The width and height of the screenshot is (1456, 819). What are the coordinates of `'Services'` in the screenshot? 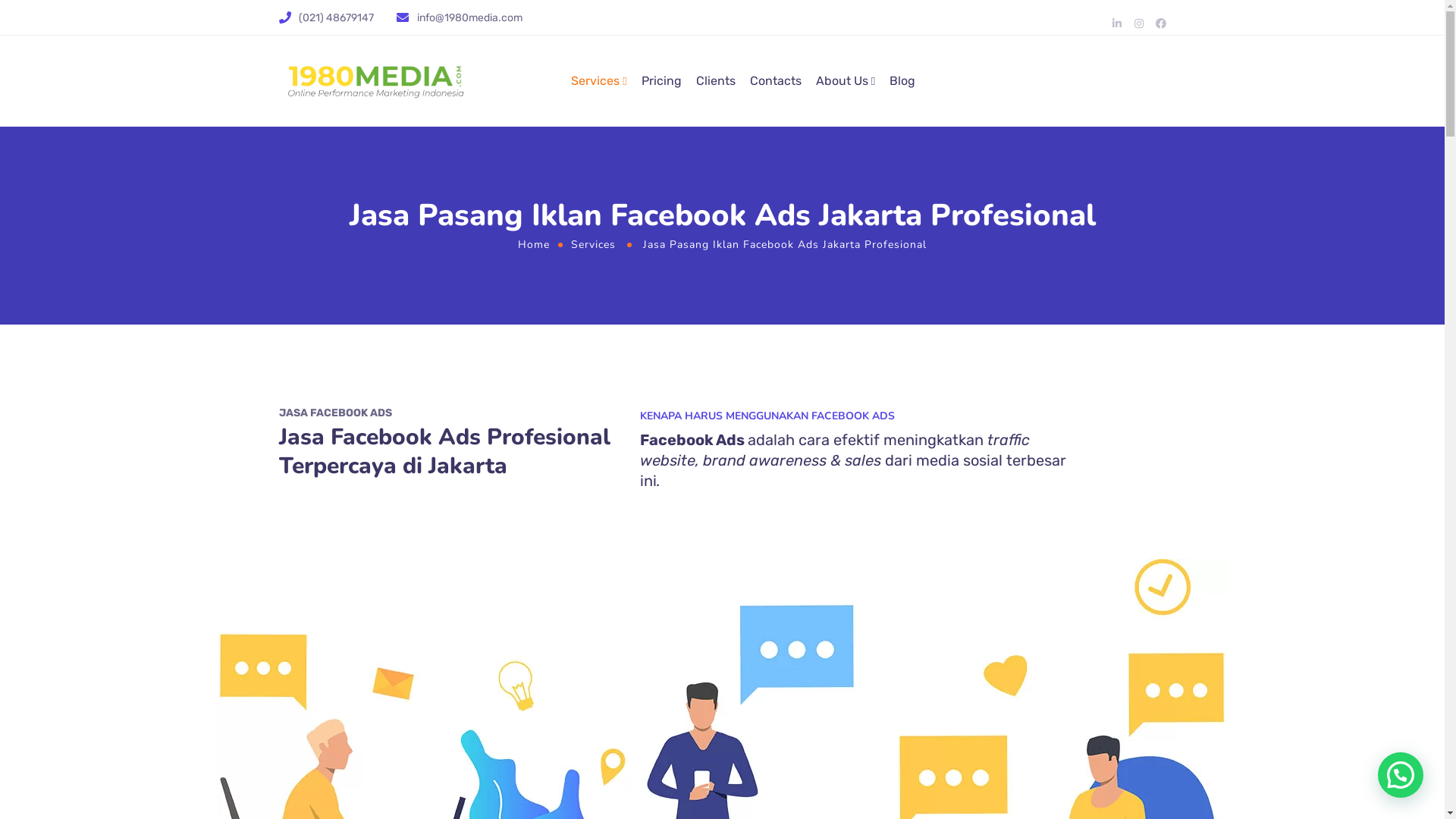 It's located at (570, 243).